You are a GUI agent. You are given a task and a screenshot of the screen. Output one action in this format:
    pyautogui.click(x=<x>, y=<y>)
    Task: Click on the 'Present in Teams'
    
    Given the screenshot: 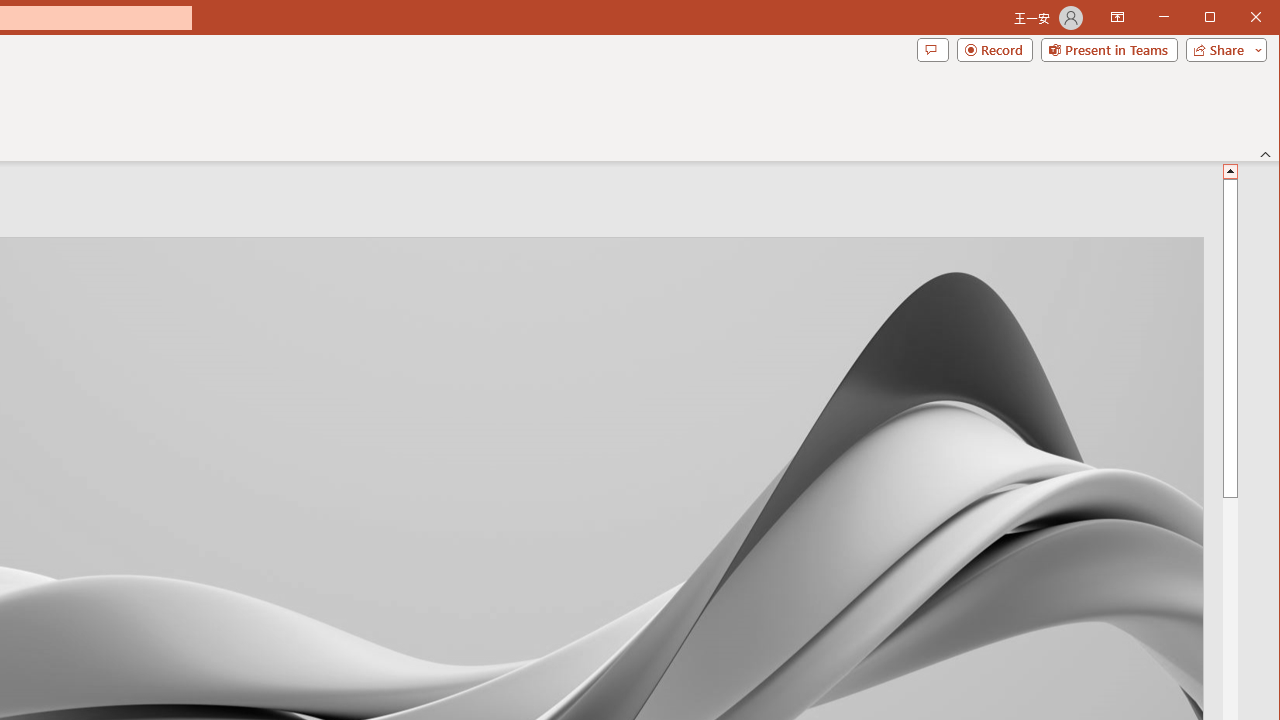 What is the action you would take?
    pyautogui.click(x=1108, y=49)
    